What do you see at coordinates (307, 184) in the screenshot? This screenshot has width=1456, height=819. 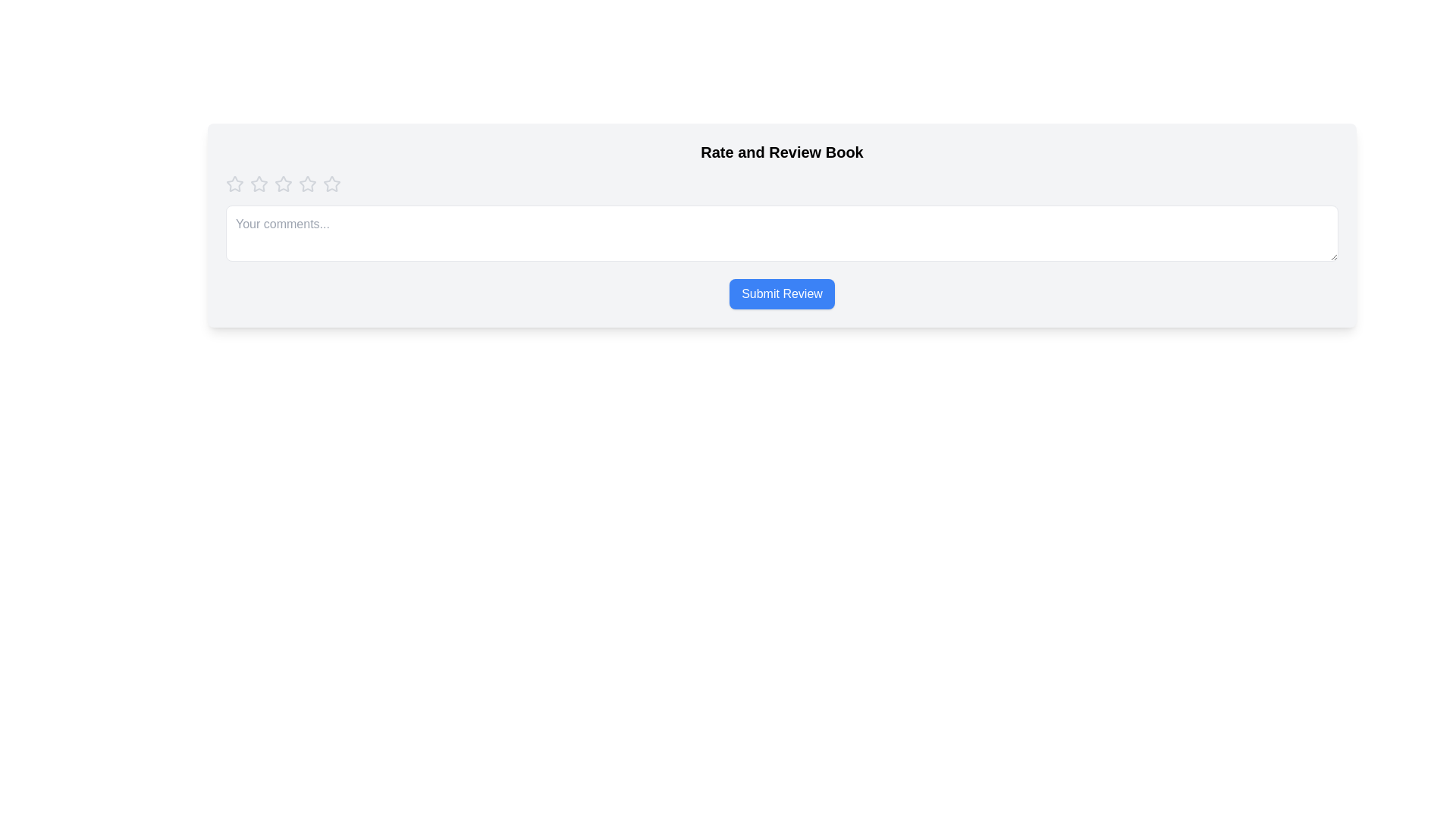 I see `the star corresponding to the rating level 4` at bounding box center [307, 184].